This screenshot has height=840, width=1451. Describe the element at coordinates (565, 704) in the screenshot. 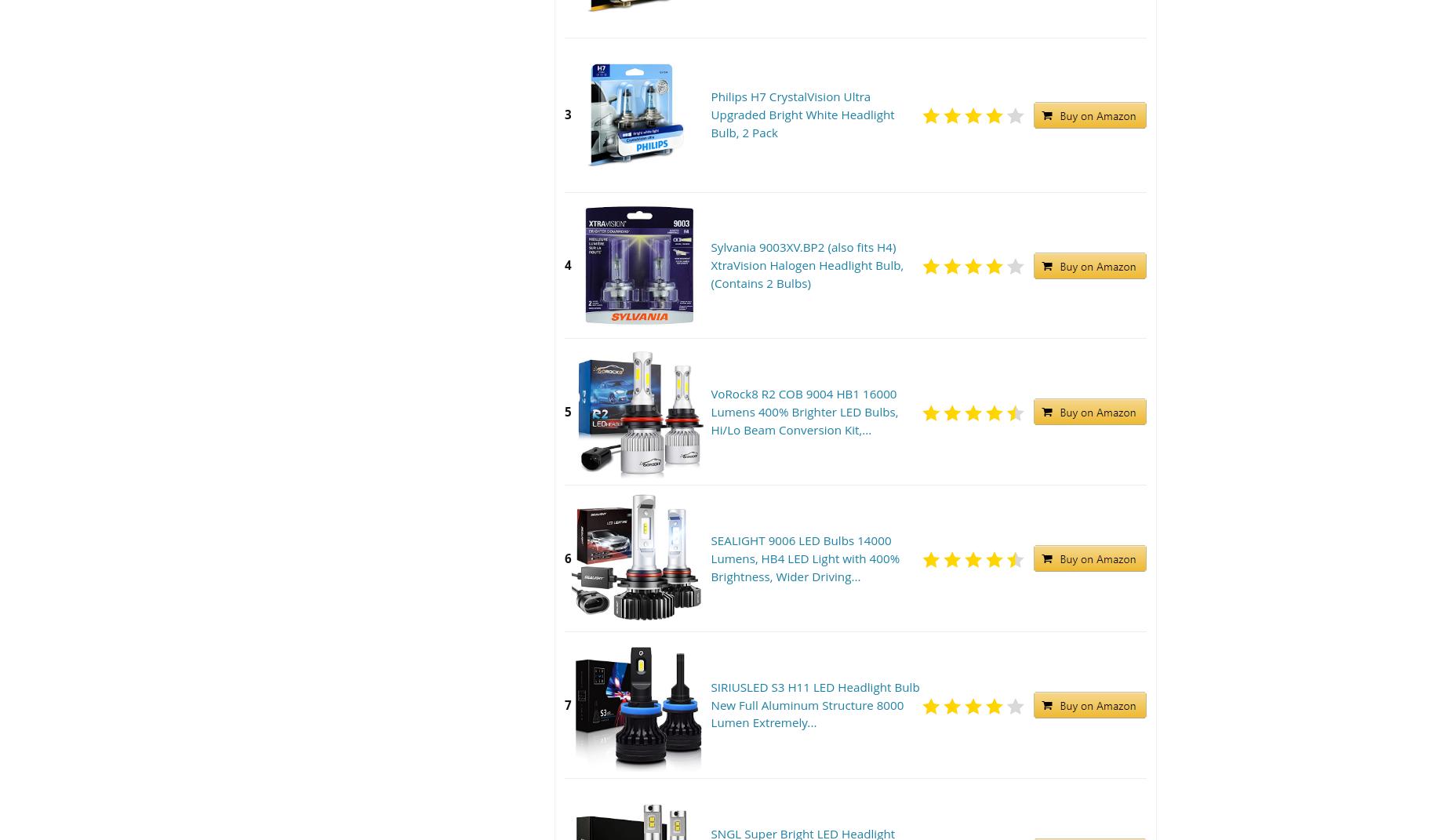

I see `'7'` at that location.